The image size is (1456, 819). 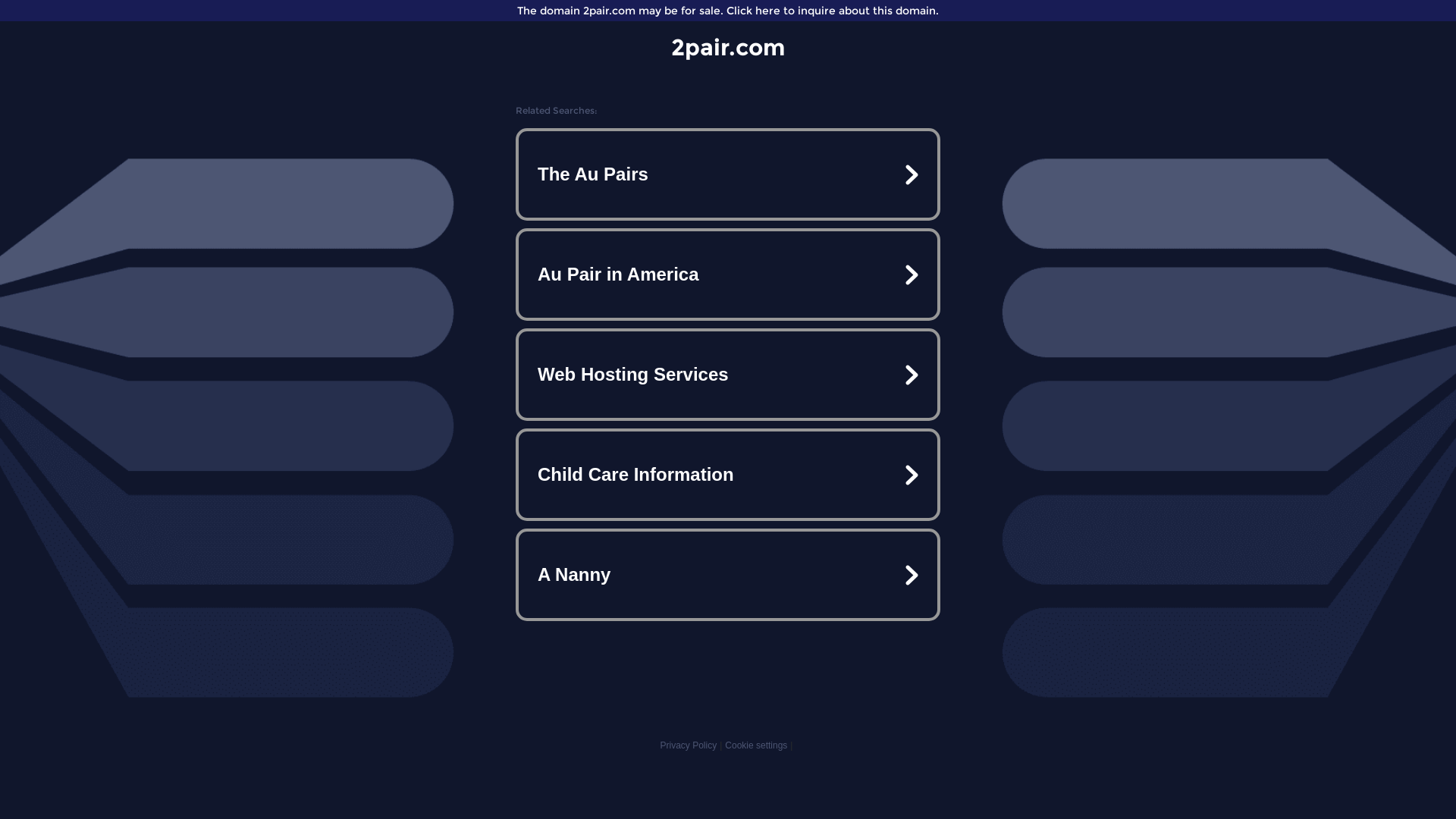 I want to click on 'The Au Pairs', so click(x=728, y=174).